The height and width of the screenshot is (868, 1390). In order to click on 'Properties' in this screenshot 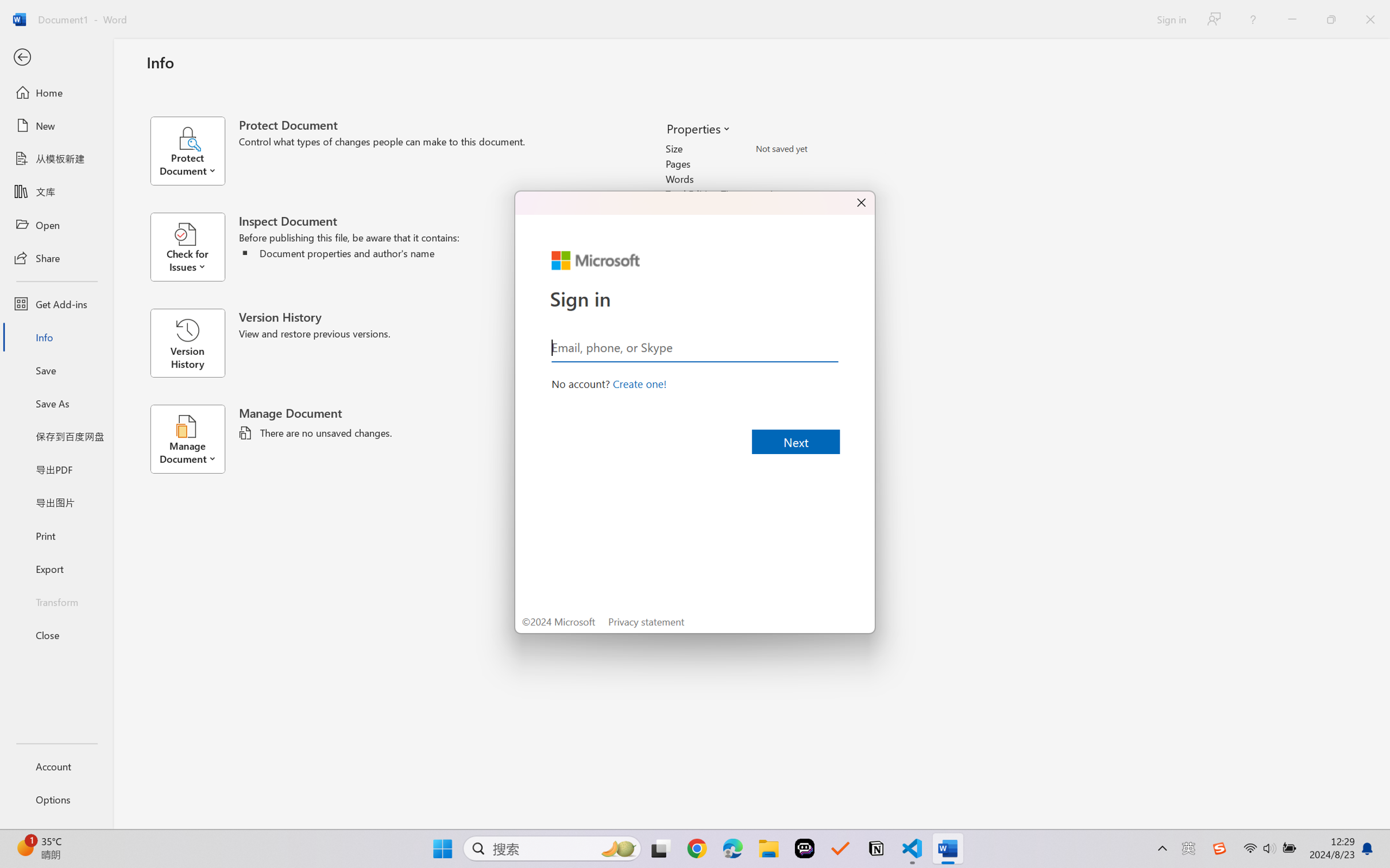, I will do `click(697, 128)`.